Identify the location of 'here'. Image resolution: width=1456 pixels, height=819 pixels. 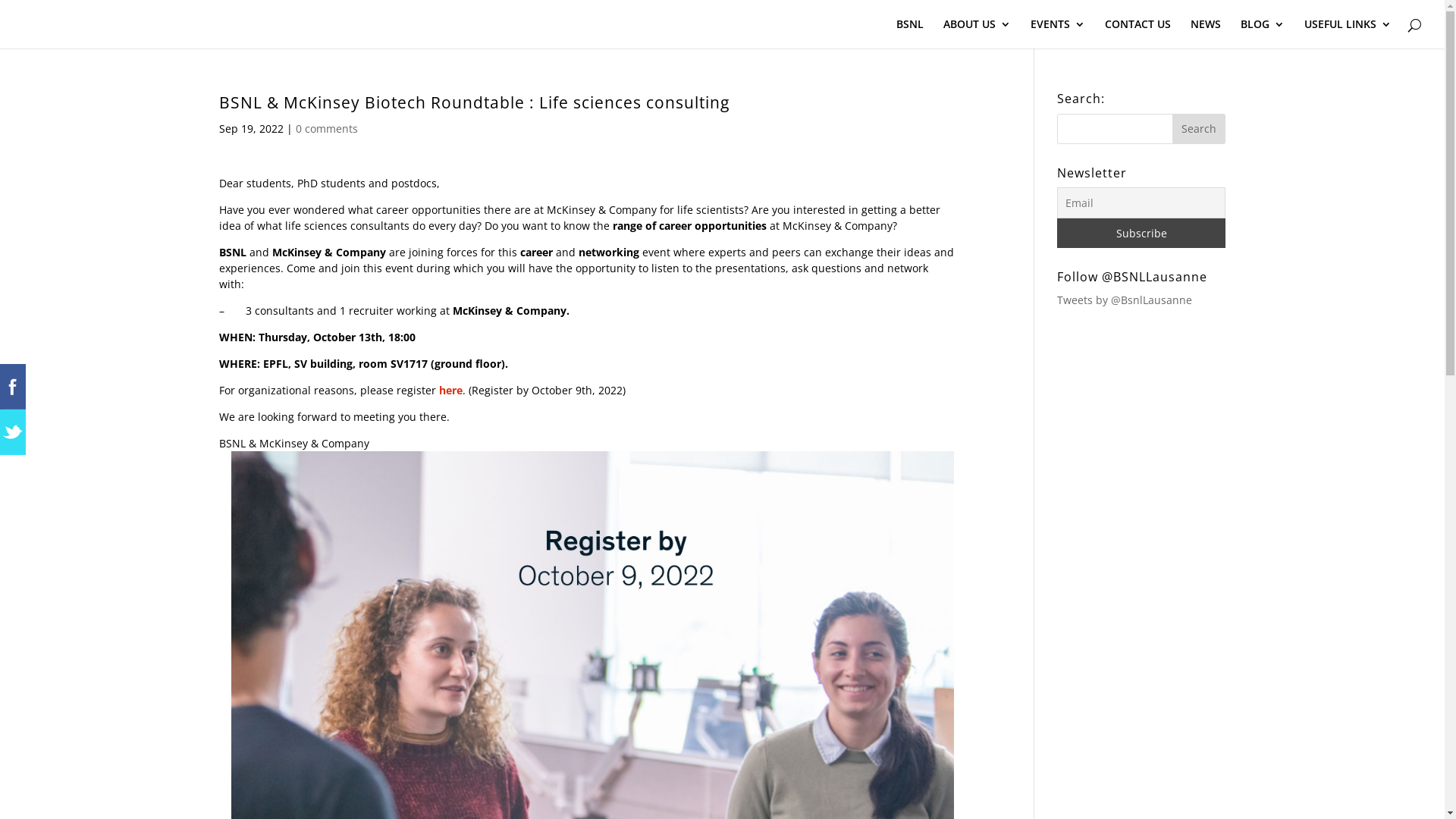
(449, 389).